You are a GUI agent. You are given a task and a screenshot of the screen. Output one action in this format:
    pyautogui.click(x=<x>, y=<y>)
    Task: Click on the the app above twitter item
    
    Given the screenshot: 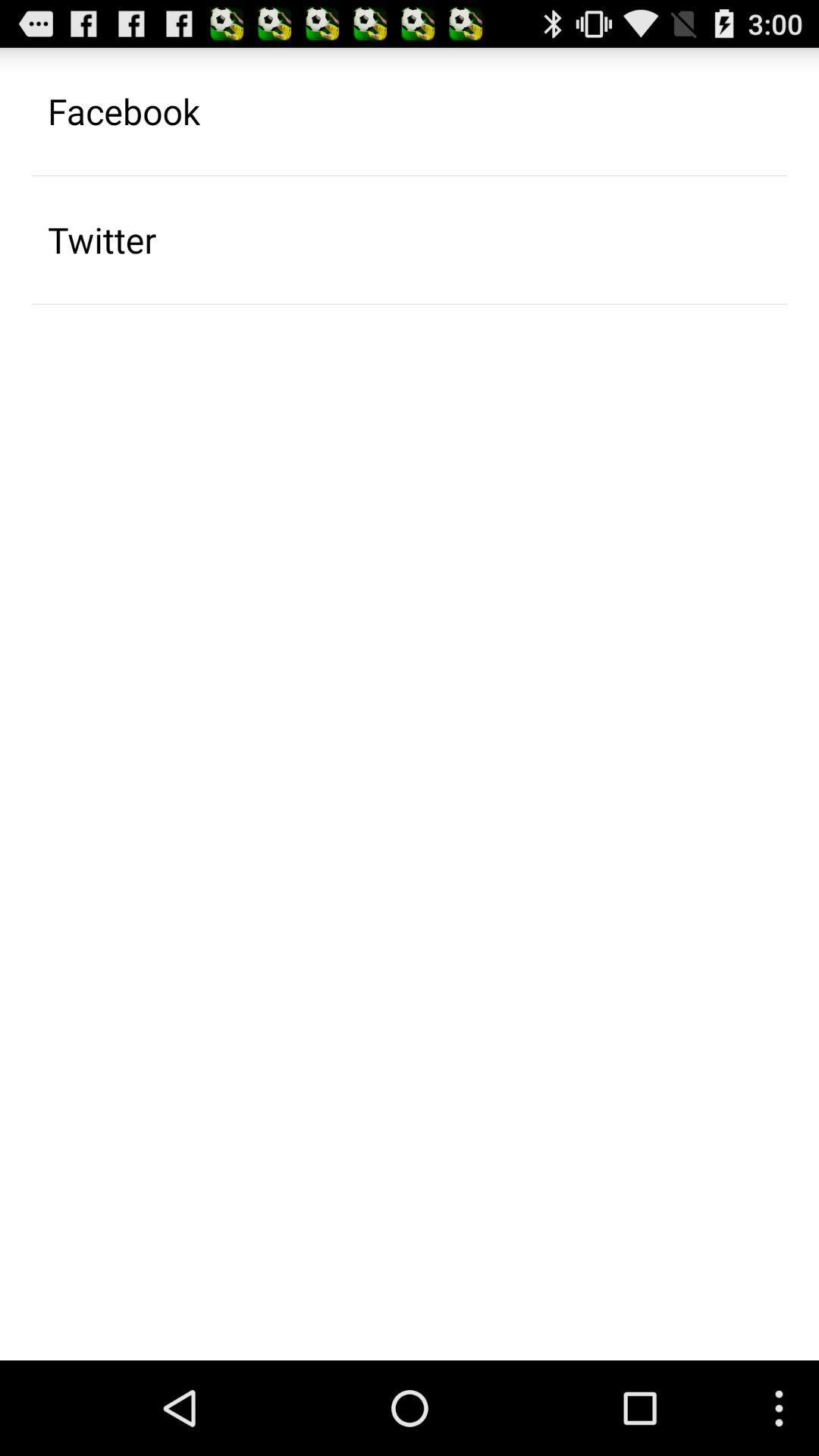 What is the action you would take?
    pyautogui.click(x=123, y=110)
    